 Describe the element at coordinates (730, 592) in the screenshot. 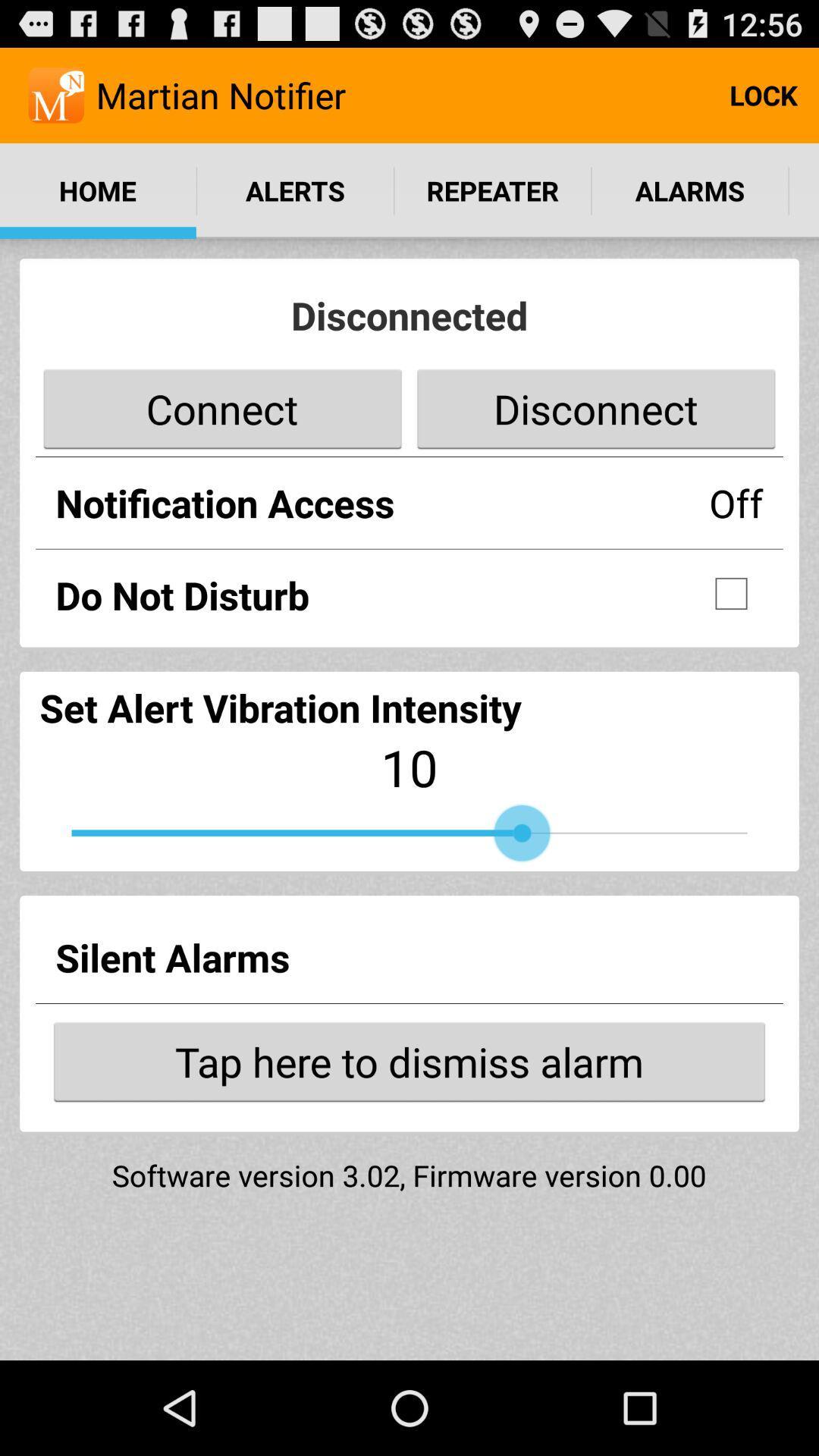

I see `do not disturb checkbox` at that location.